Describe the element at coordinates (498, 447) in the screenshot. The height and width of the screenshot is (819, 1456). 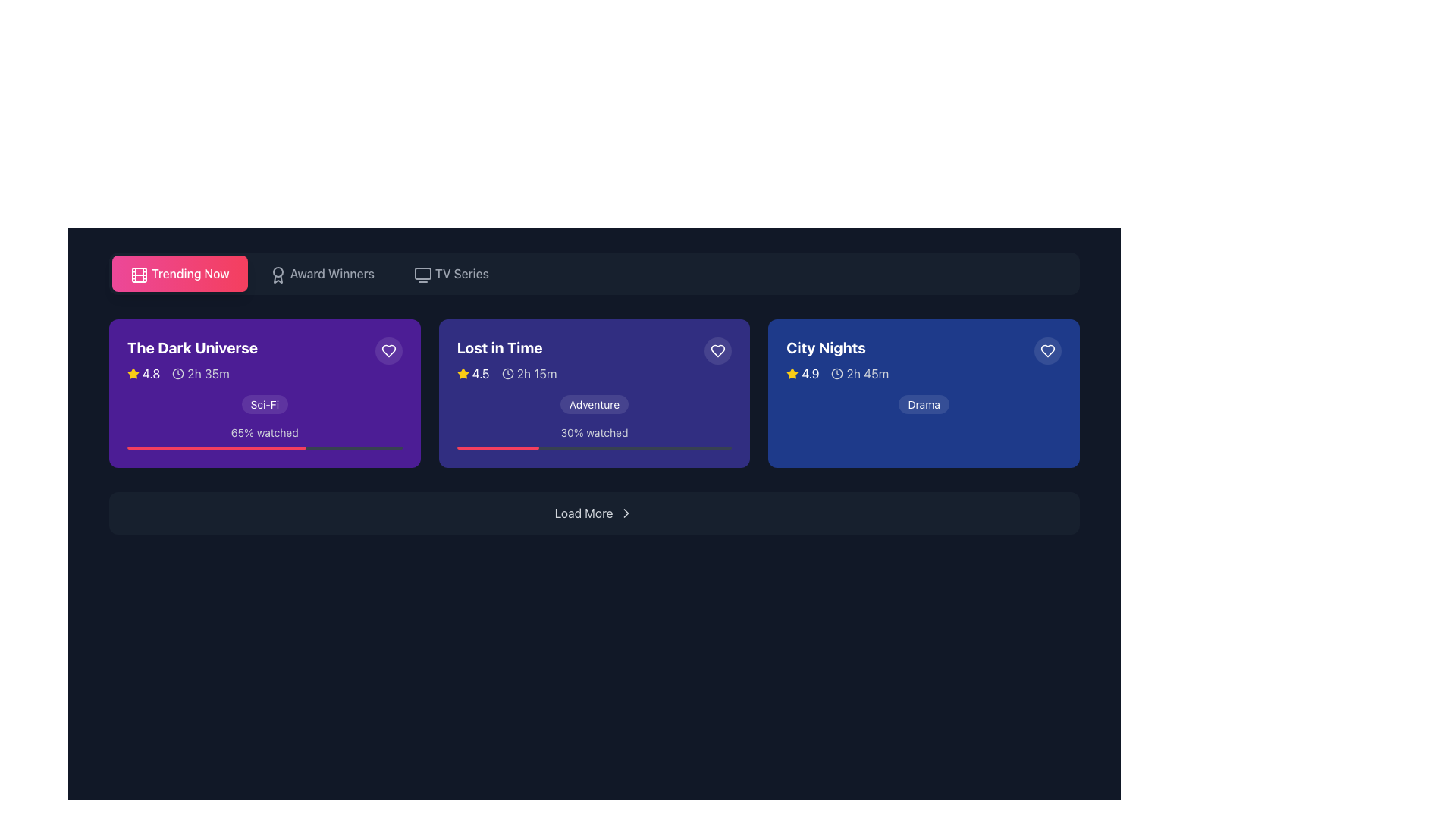
I see `the progress indicator of the 'Lost in Time' movie card, which visually represents the filled portion indicating 30% watched` at that location.